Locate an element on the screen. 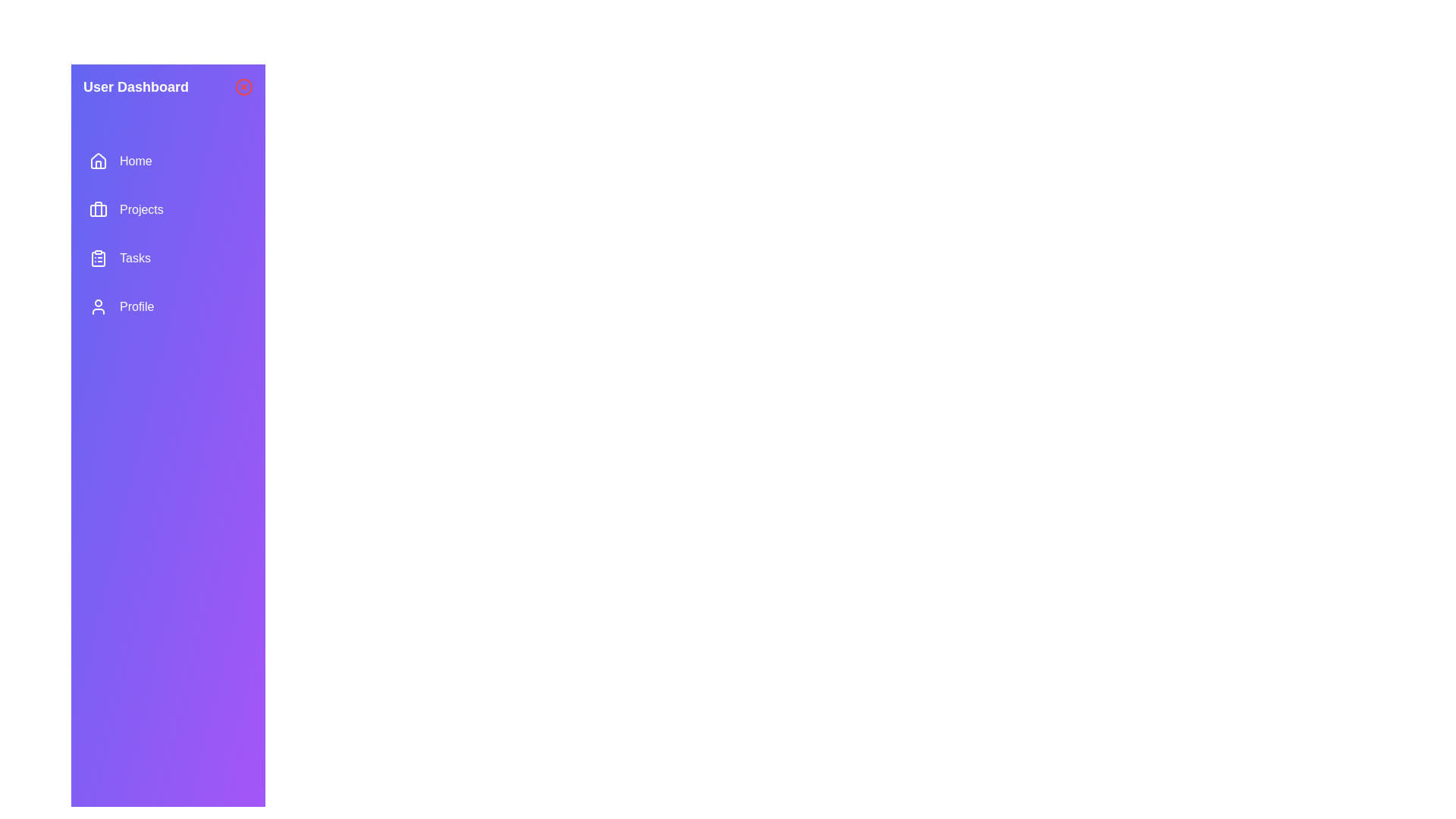 This screenshot has width=1456, height=819. the third menu item in the vertical navigation bar is located at coordinates (168, 257).